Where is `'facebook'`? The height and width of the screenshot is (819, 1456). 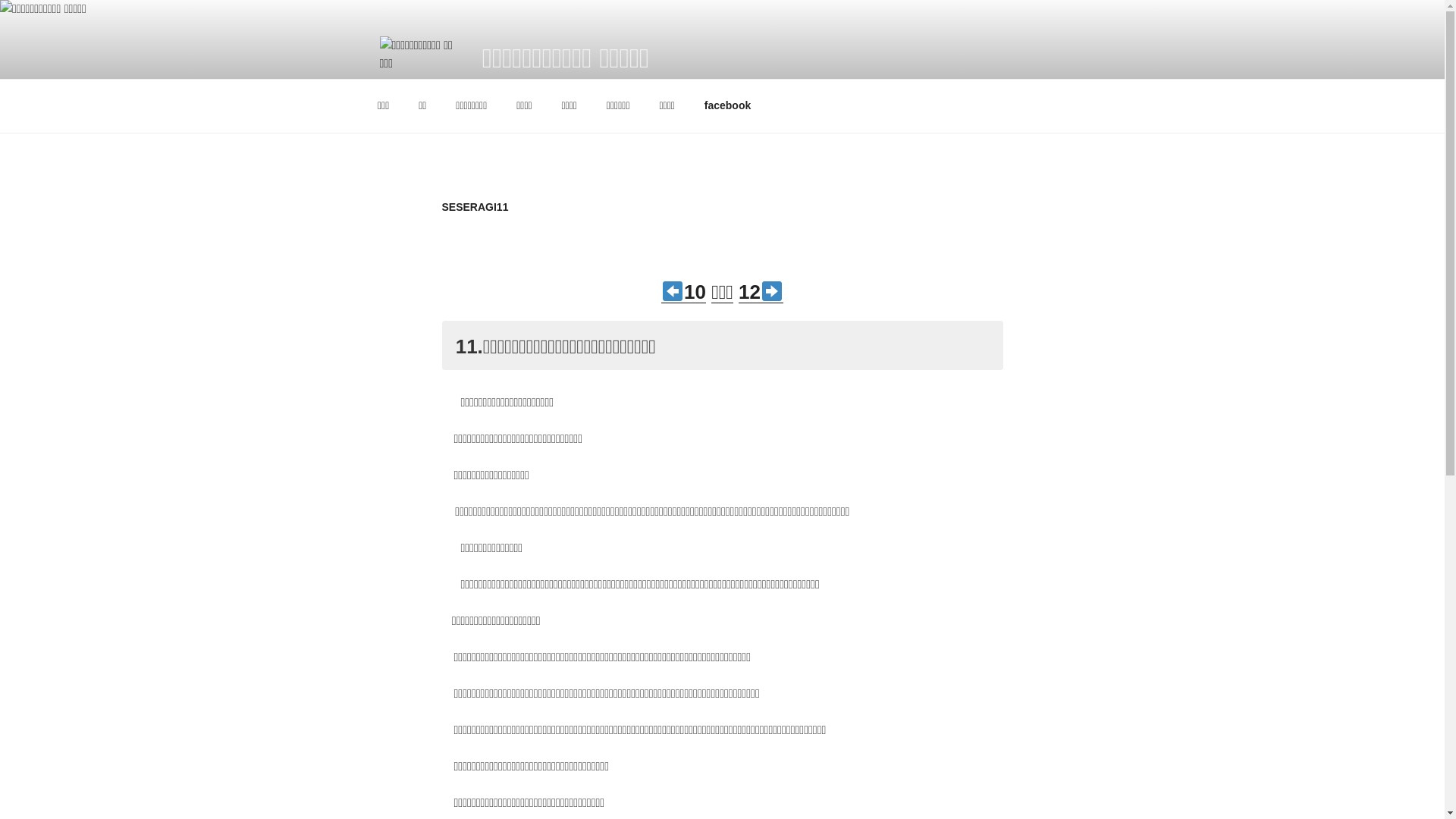
'facebook' is located at coordinates (726, 105).